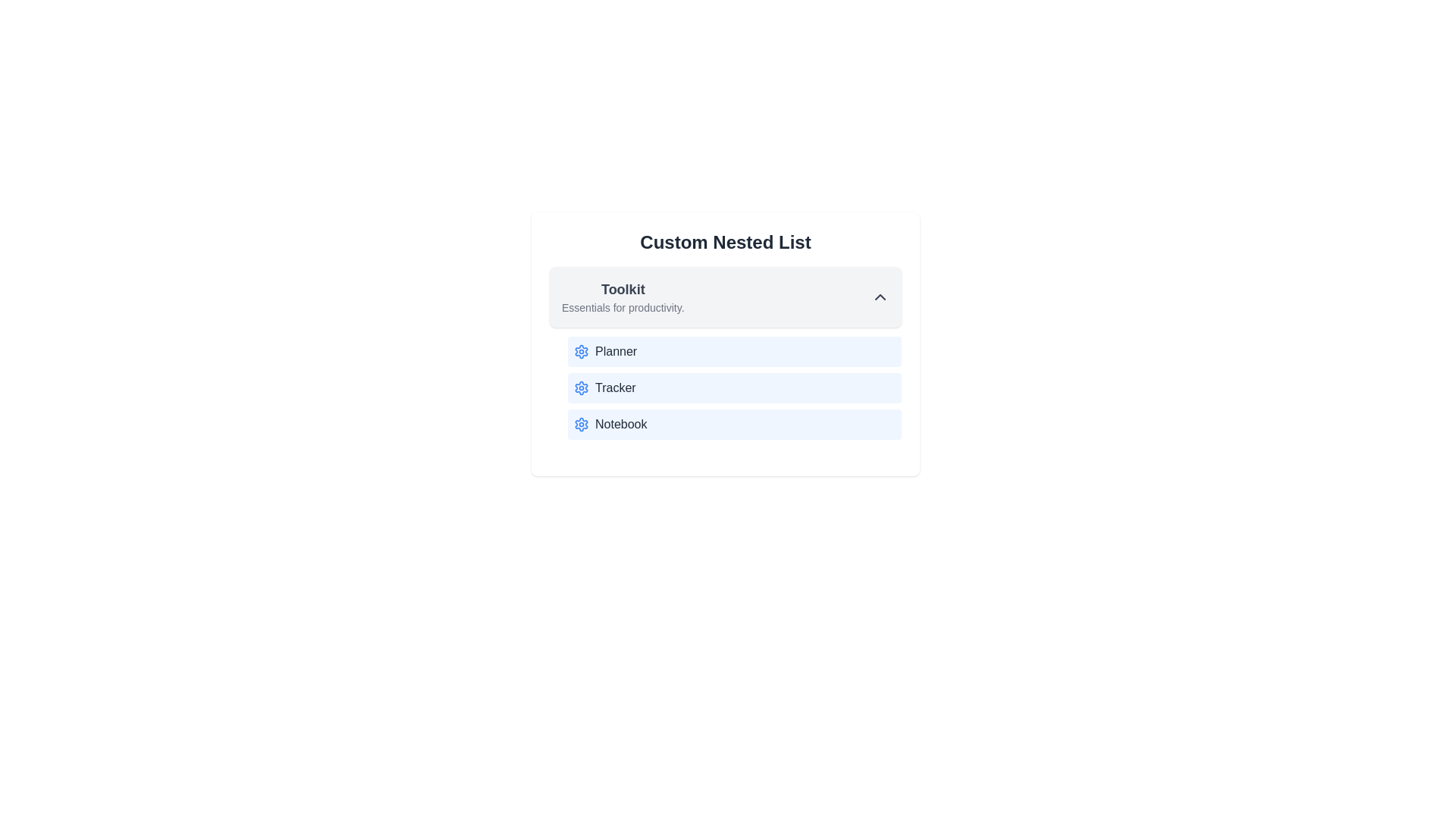 This screenshot has height=819, width=1456. Describe the element at coordinates (735, 351) in the screenshot. I see `the list item Planner` at that location.